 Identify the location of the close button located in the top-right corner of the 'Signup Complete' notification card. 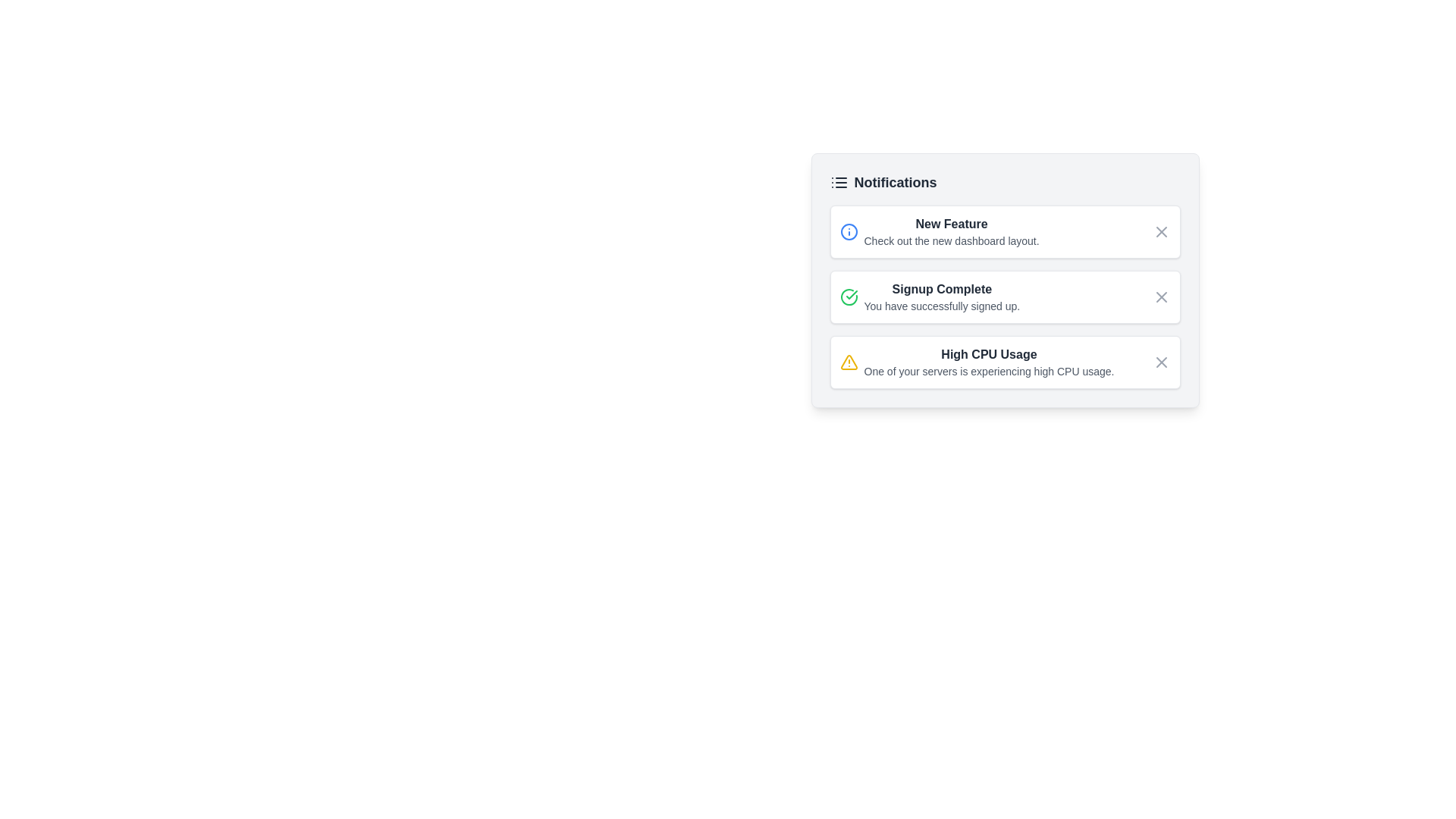
(1160, 297).